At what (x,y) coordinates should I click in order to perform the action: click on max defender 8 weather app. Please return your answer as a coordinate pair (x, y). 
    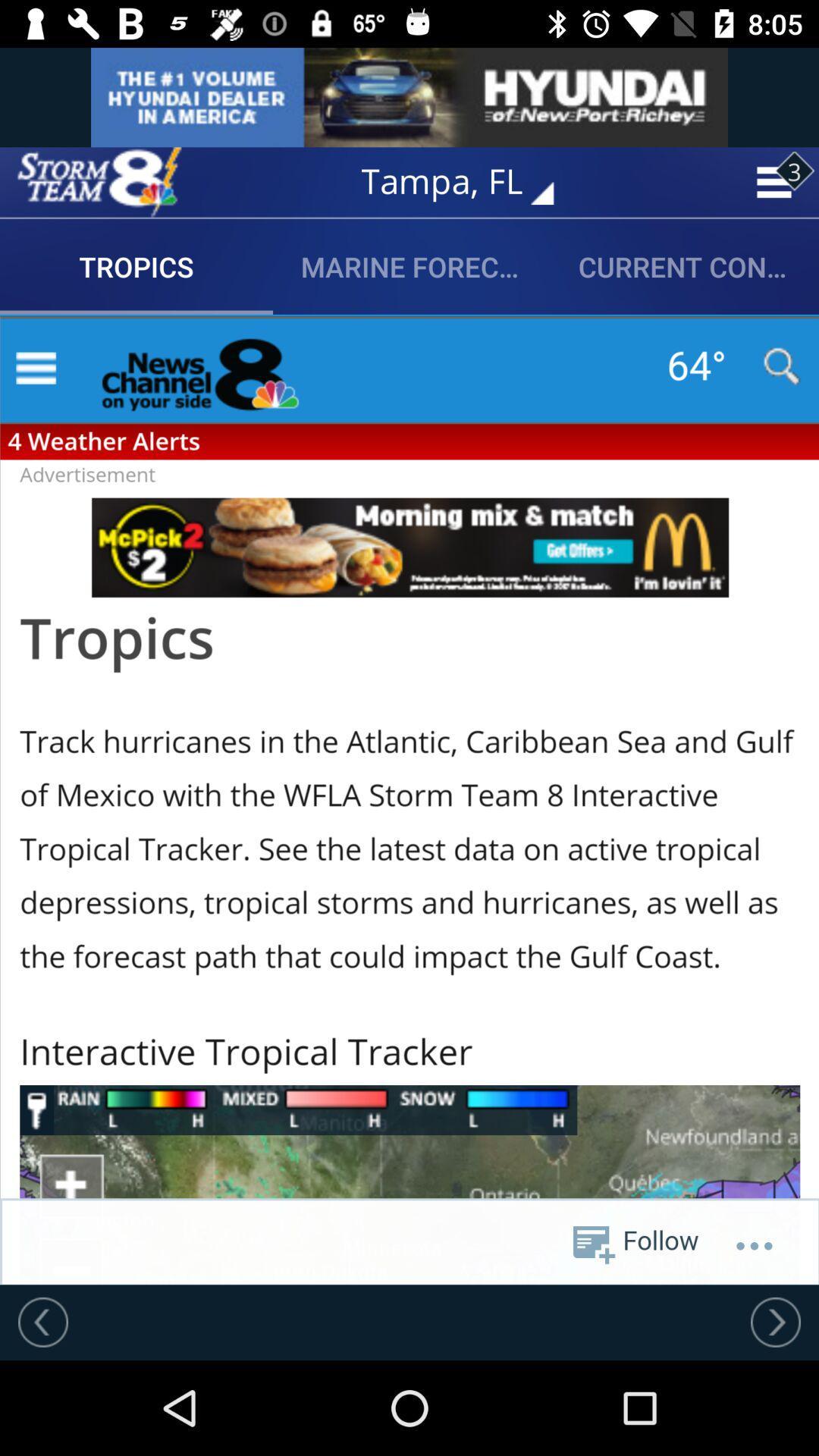
    Looking at the image, I should click on (99, 182).